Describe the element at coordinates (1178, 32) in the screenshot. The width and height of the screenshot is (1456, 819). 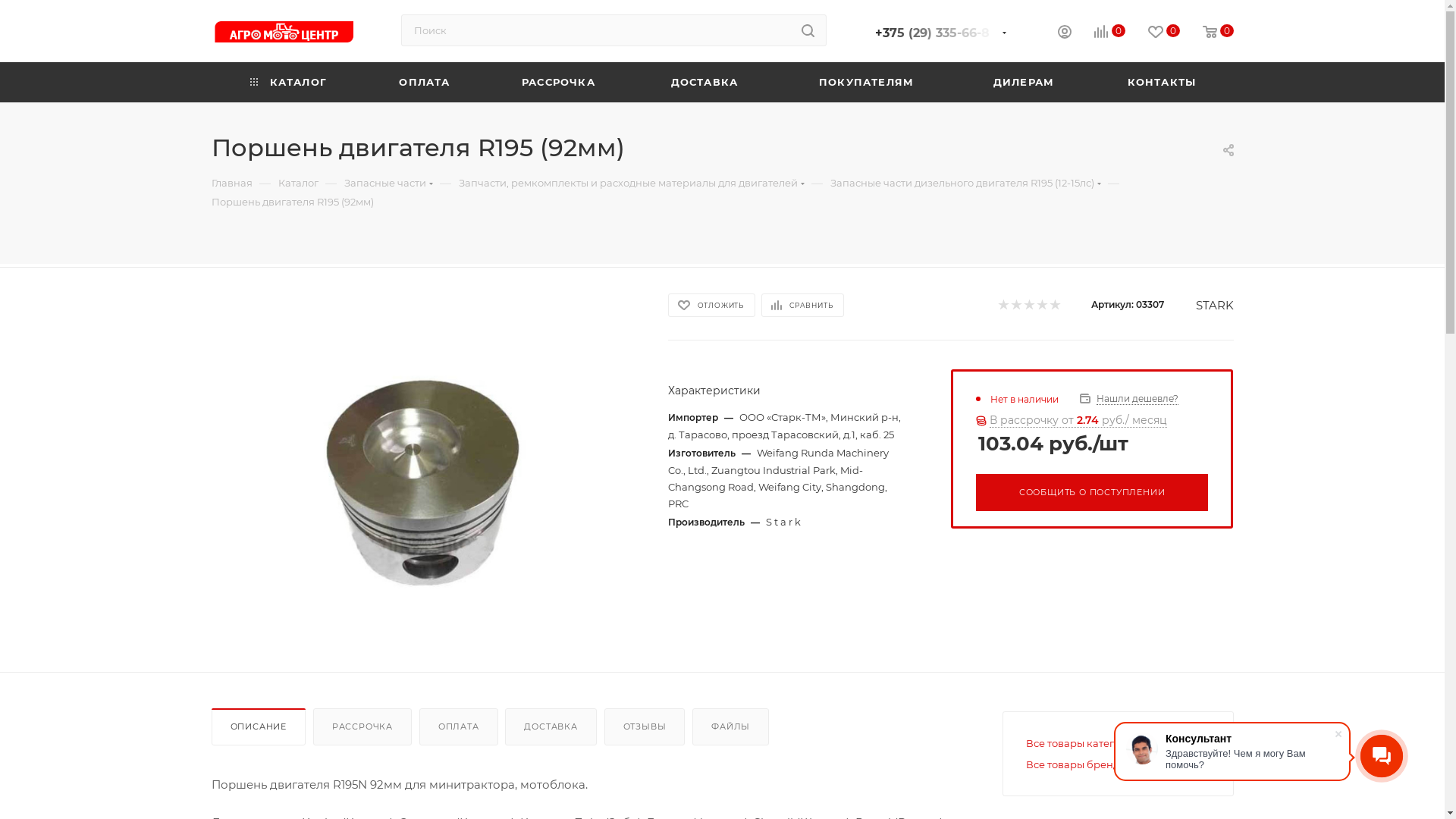
I see `'0'` at that location.